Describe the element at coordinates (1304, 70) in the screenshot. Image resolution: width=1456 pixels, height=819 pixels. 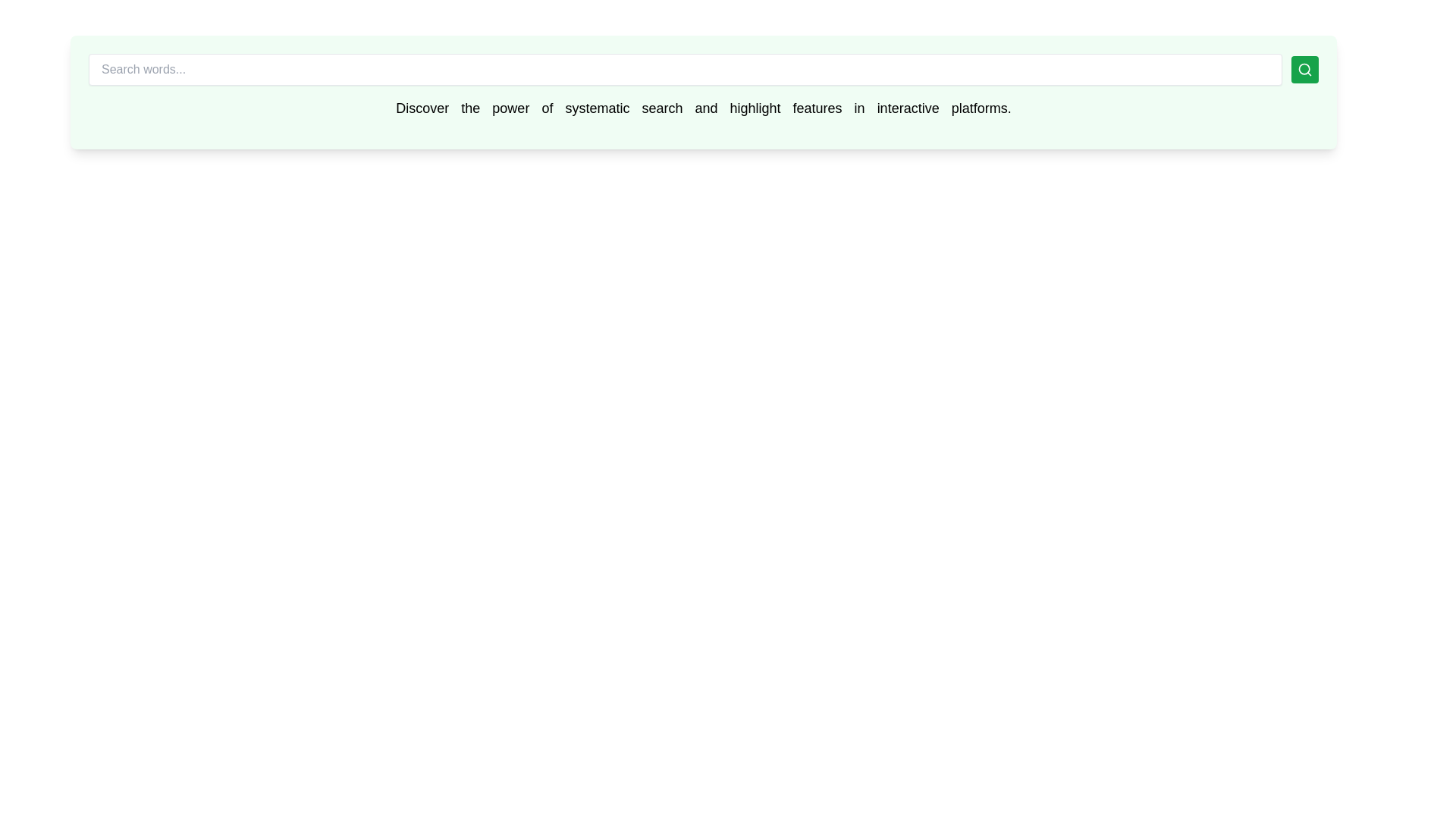
I see `the small green button with a white search icon located to the far right of the search bar` at that location.